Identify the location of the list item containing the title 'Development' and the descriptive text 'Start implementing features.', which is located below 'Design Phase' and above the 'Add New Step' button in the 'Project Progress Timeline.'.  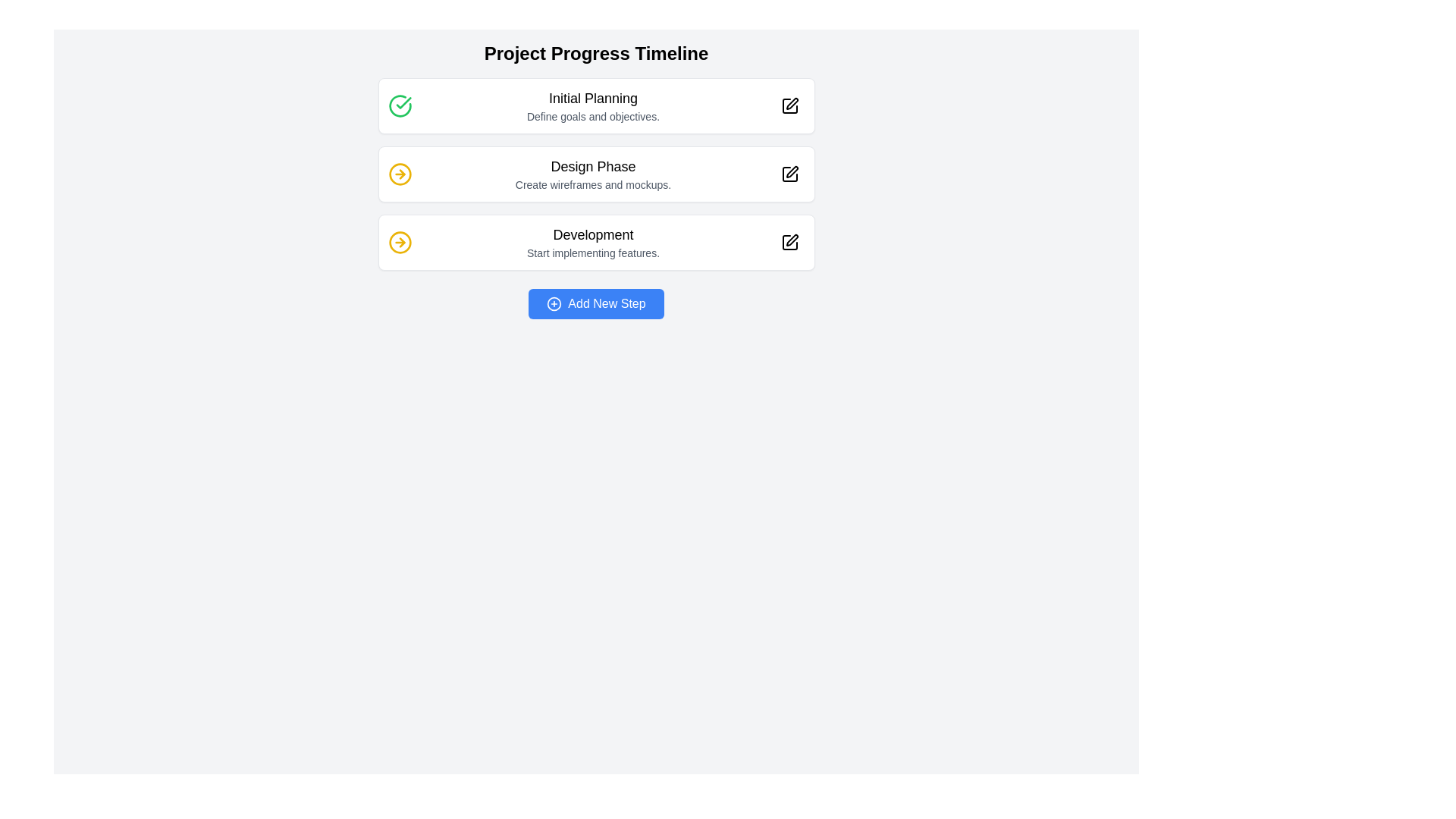
(592, 242).